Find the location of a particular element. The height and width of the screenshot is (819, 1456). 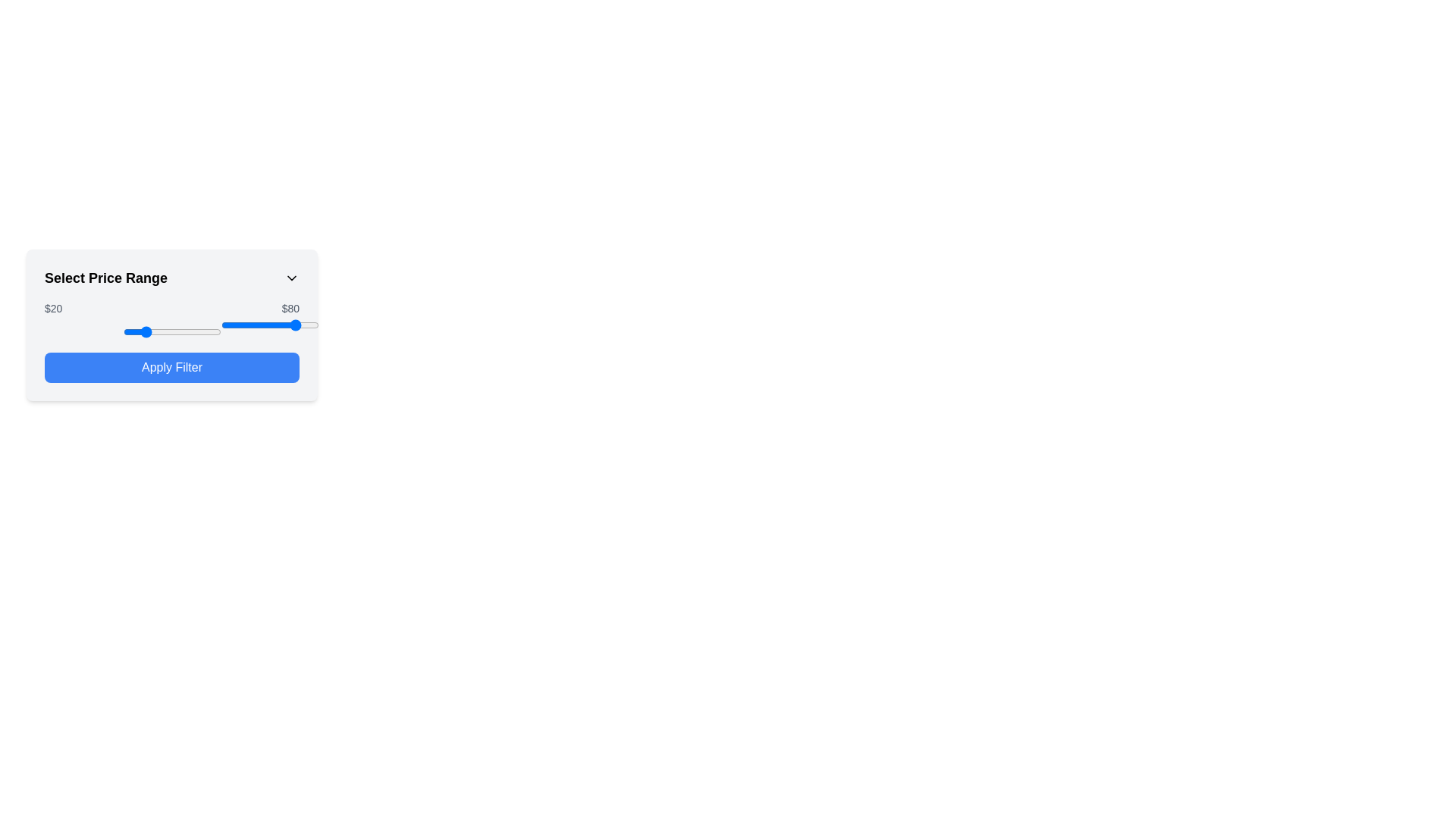

the static text label indicating the minimum and maximum prices in the selected range, located between '$20' and '$80' above the slider bar is located at coordinates (171, 308).